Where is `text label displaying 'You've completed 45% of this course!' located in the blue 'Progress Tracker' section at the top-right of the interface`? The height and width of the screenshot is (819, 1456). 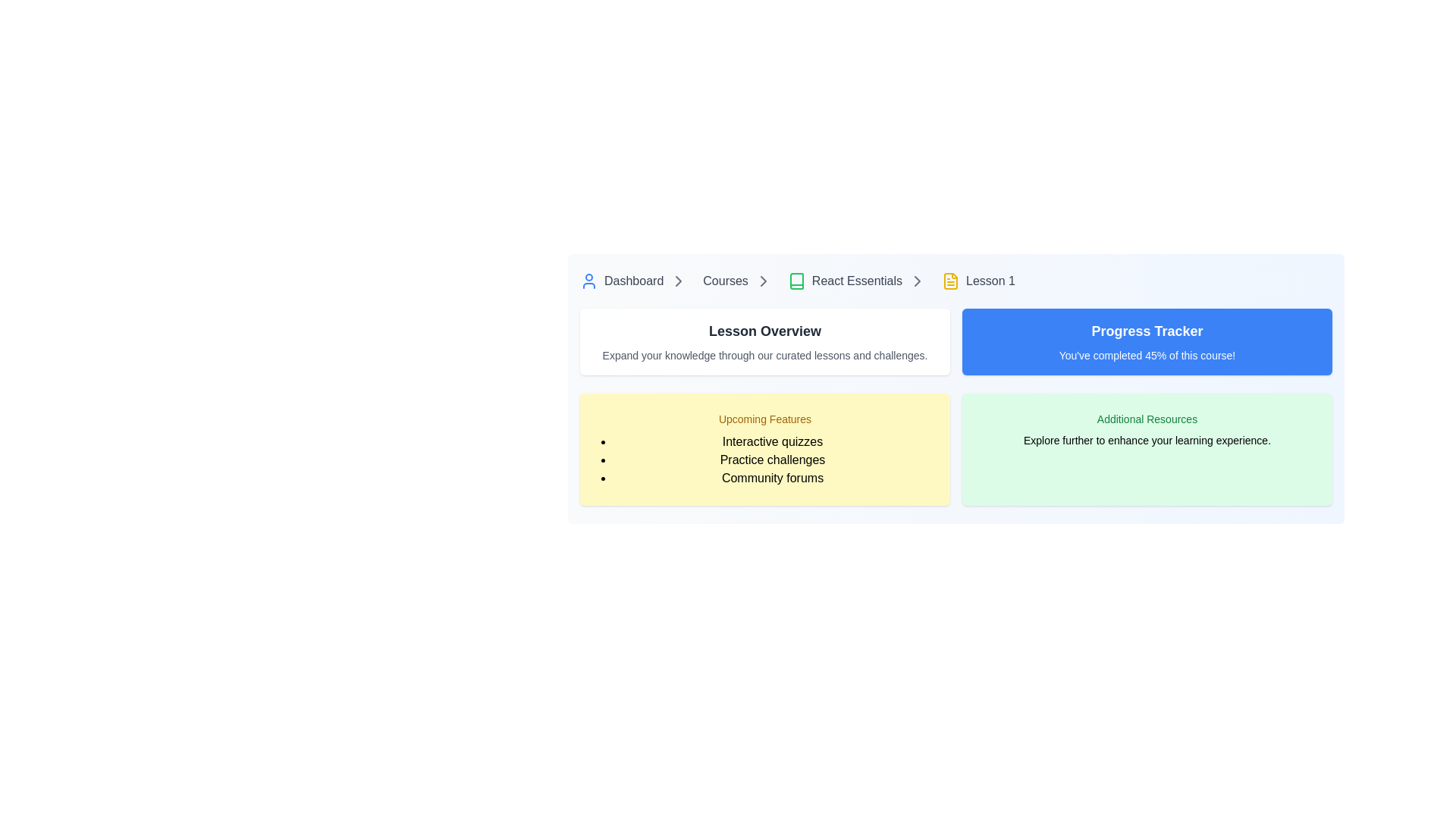
text label displaying 'You've completed 45% of this course!' located in the blue 'Progress Tracker' section at the top-right of the interface is located at coordinates (1147, 356).